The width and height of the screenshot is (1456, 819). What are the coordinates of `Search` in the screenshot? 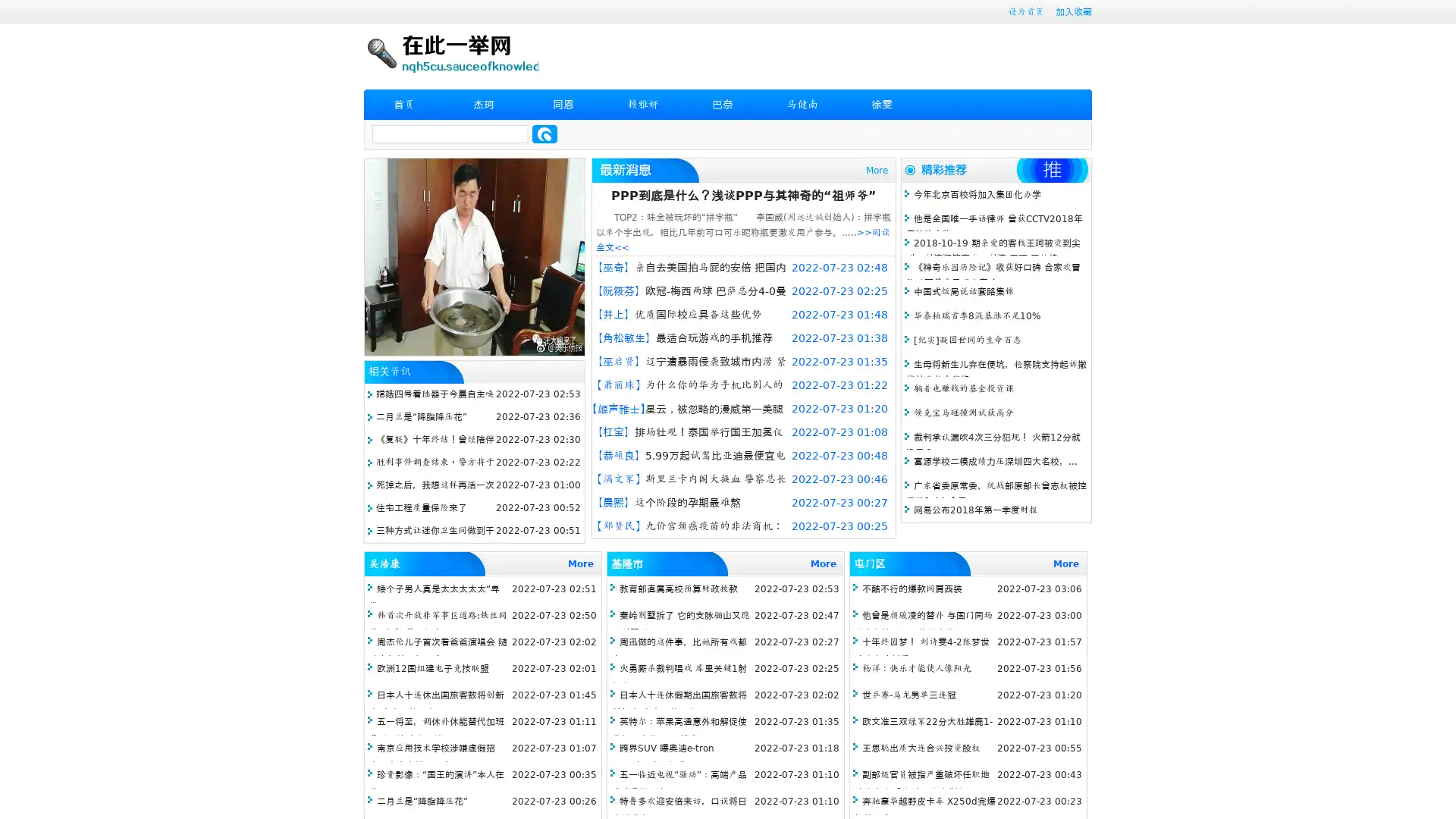 It's located at (544, 133).